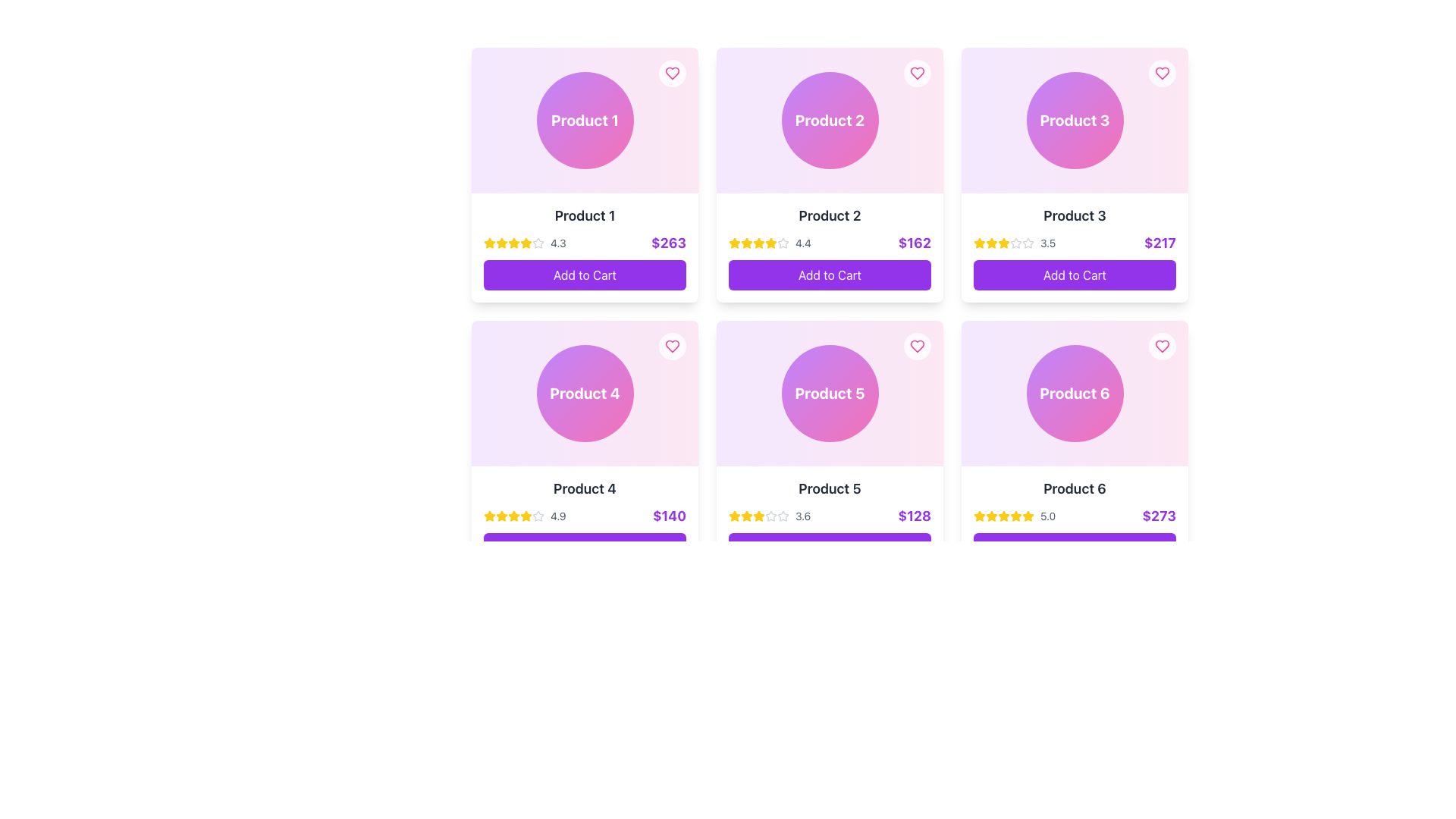 This screenshot has width=1456, height=819. Describe the element at coordinates (1074, 275) in the screenshot. I see `the button located at the bottom of the card displaying 'Product 3'` at that location.